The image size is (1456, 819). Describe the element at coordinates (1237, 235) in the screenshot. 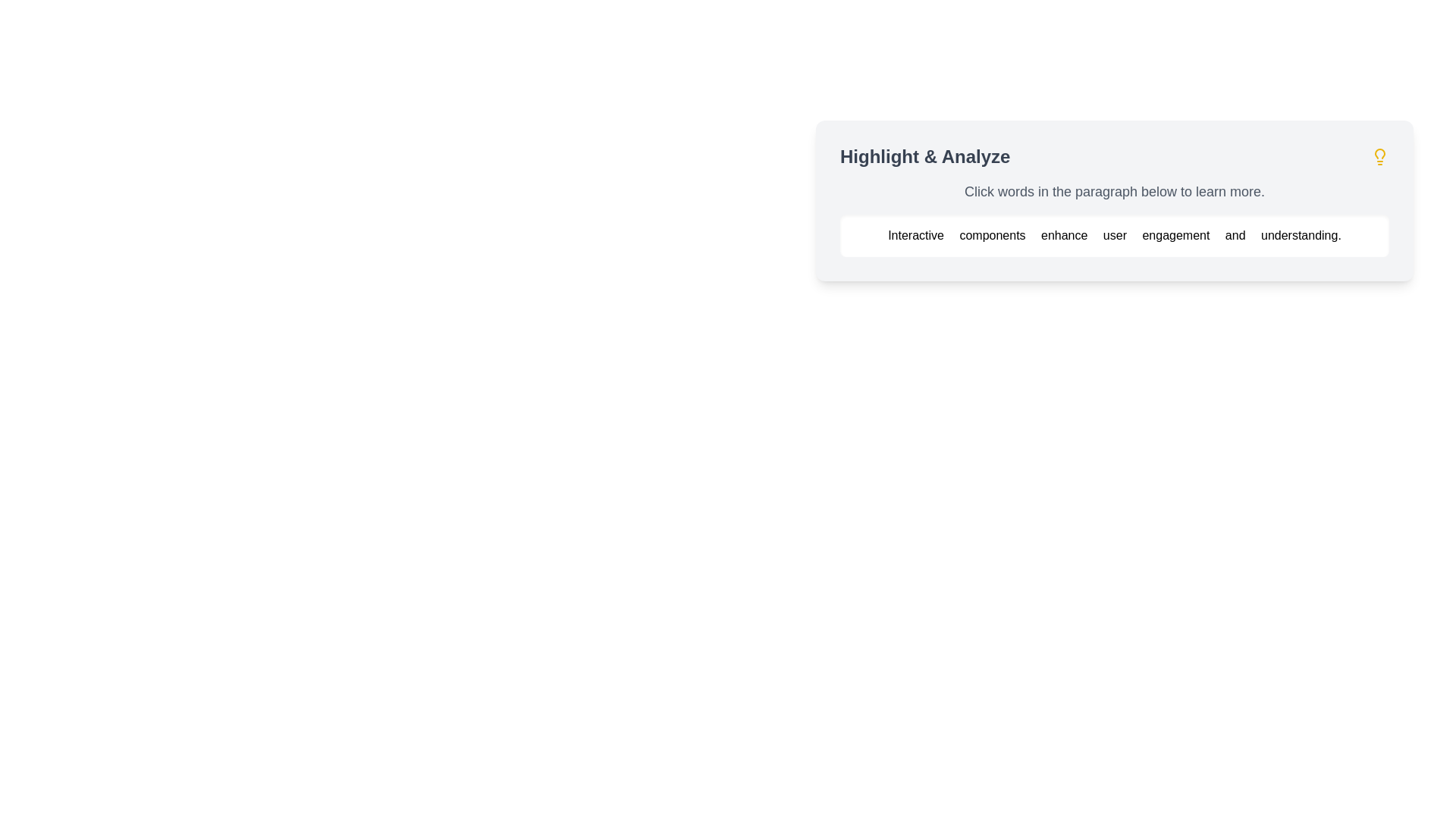

I see `the sixth word 'and' in the phrase 'Interactive components enhance user engagement and understanding.' which is located towards the center-right of the white card element` at that location.